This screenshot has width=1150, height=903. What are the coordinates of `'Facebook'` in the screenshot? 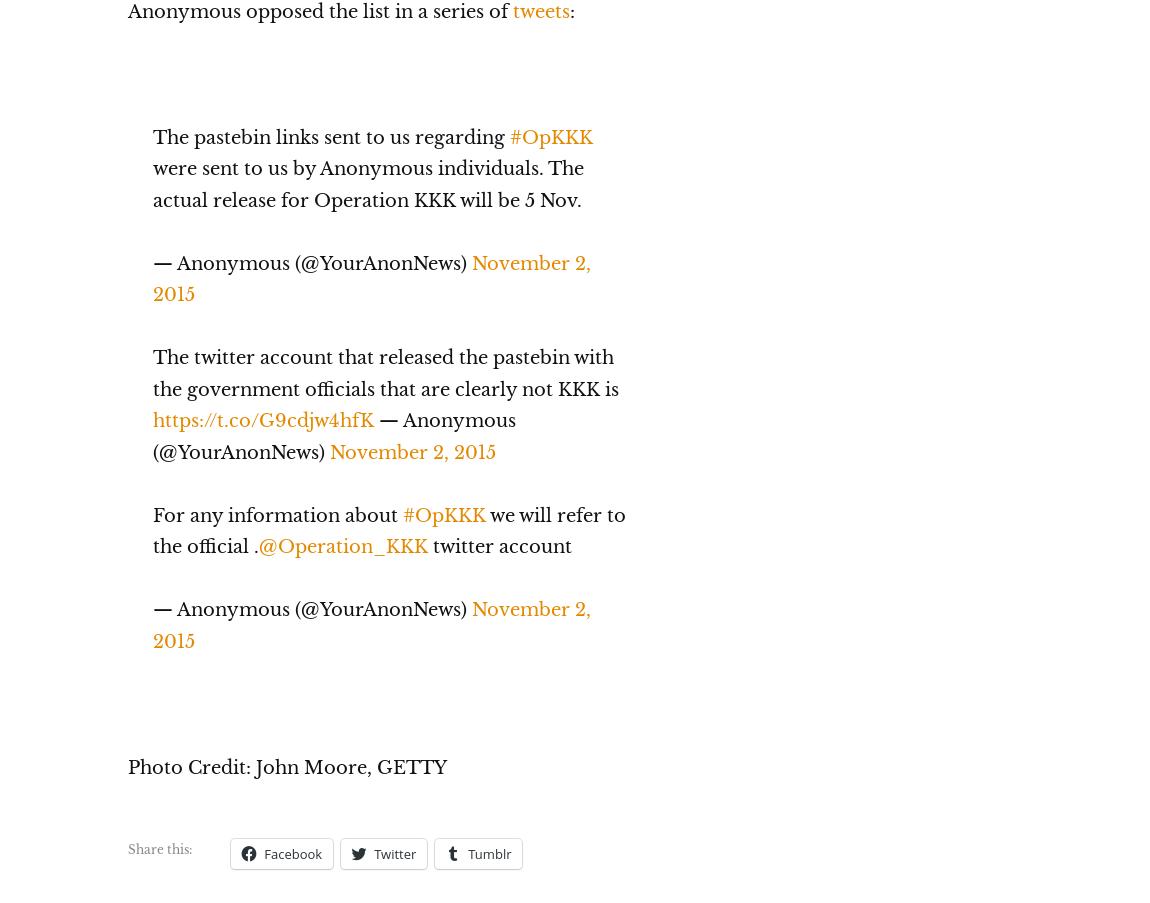 It's located at (293, 852).